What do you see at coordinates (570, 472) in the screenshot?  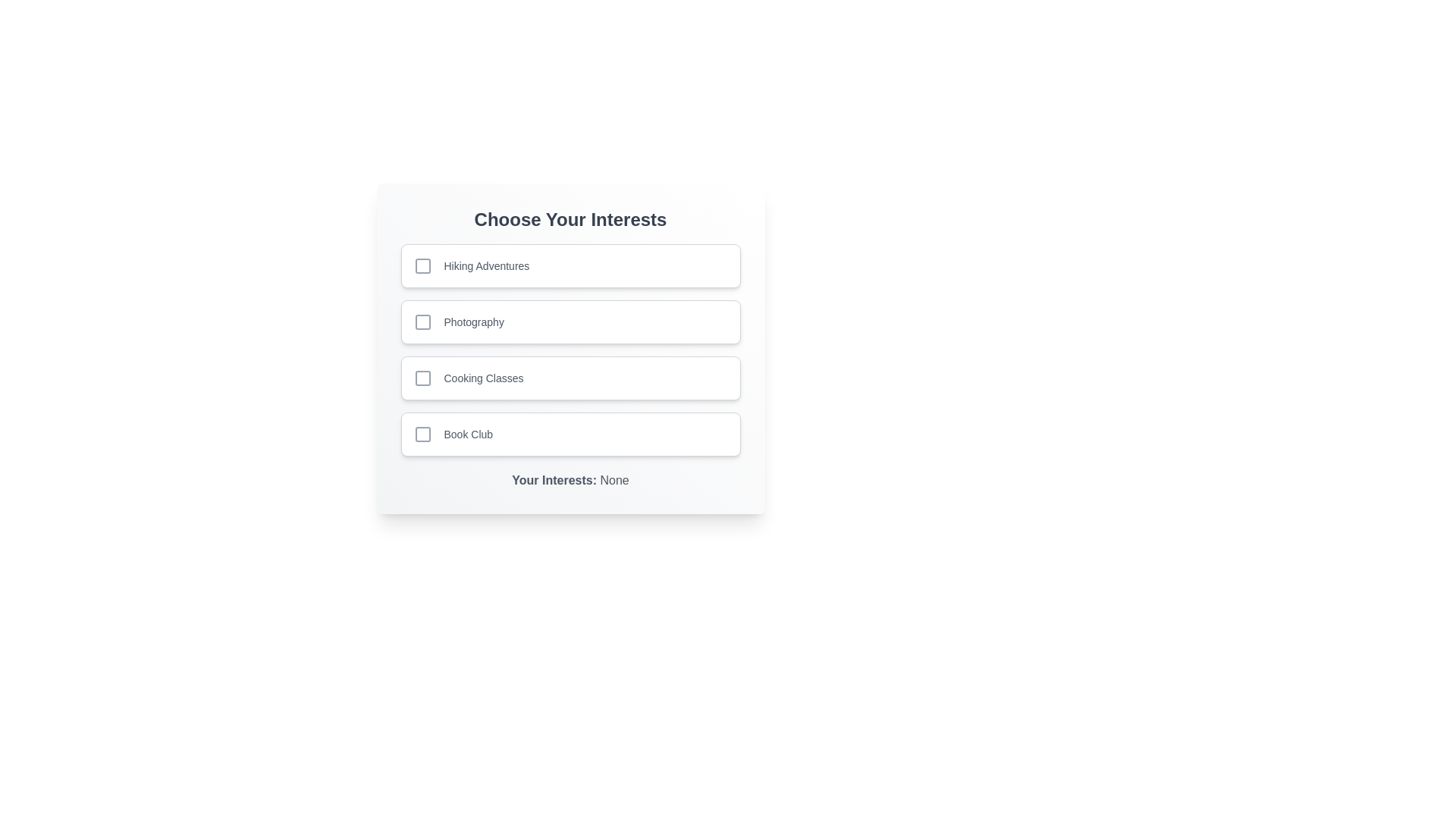 I see `the static text label that reads 'Your Interests: None', which is styled in gray and positioned at the bottom of a list of selectable items within a card interface` at bounding box center [570, 472].